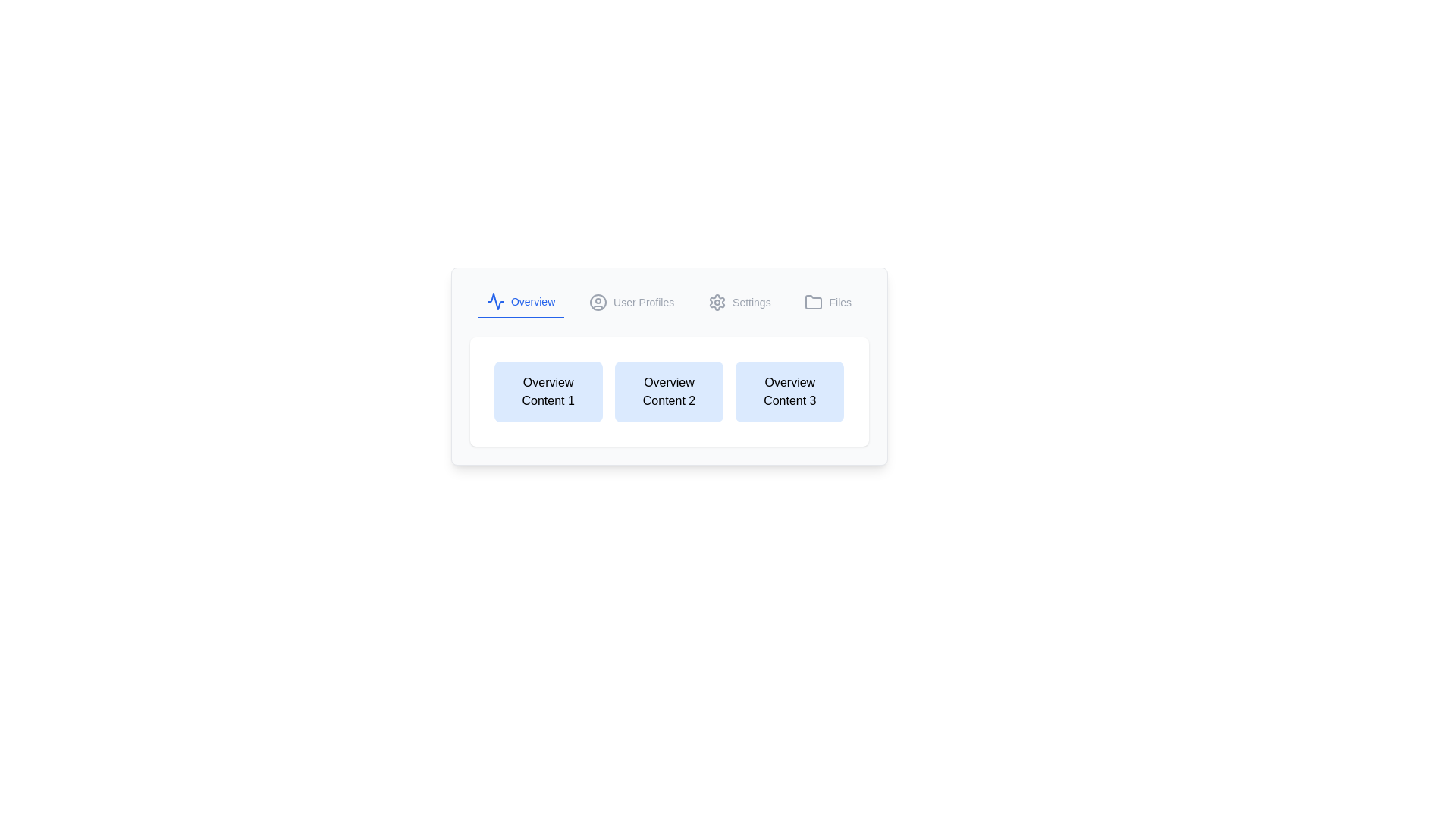 The width and height of the screenshot is (1456, 819). Describe the element at coordinates (813, 302) in the screenshot. I see `the folder icon located` at that location.